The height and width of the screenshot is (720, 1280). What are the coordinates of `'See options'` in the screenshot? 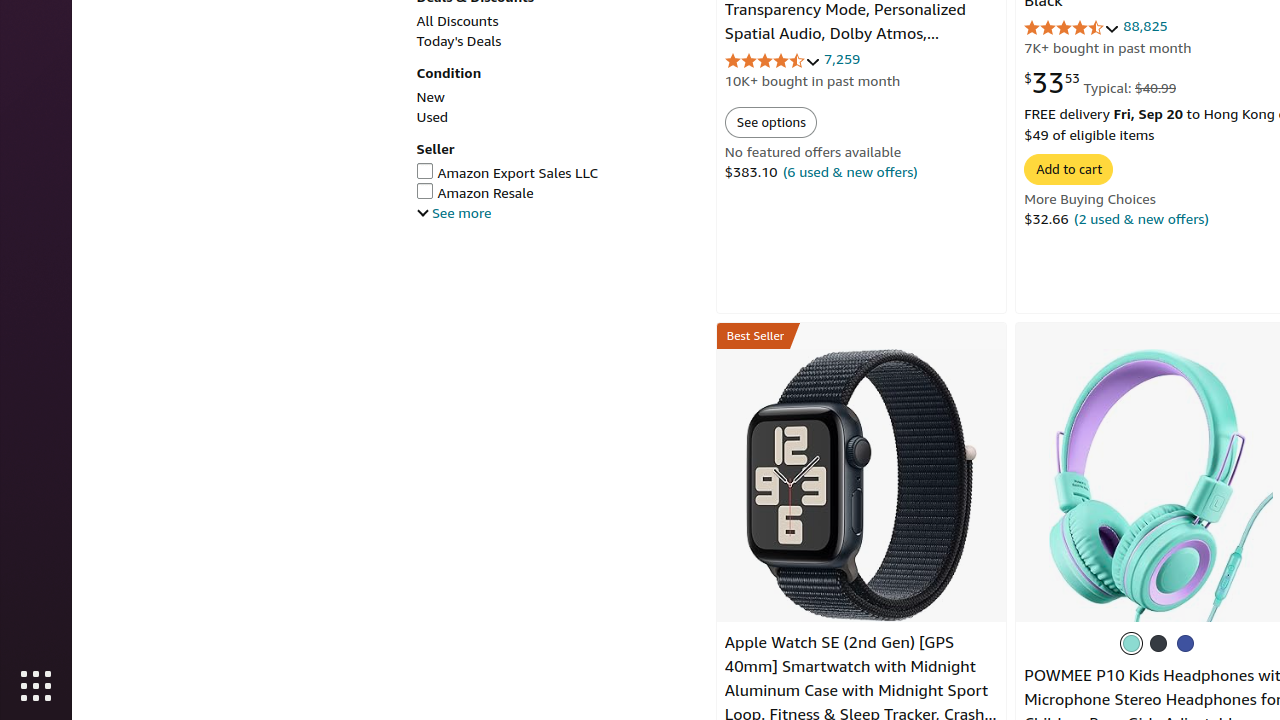 It's located at (769, 121).